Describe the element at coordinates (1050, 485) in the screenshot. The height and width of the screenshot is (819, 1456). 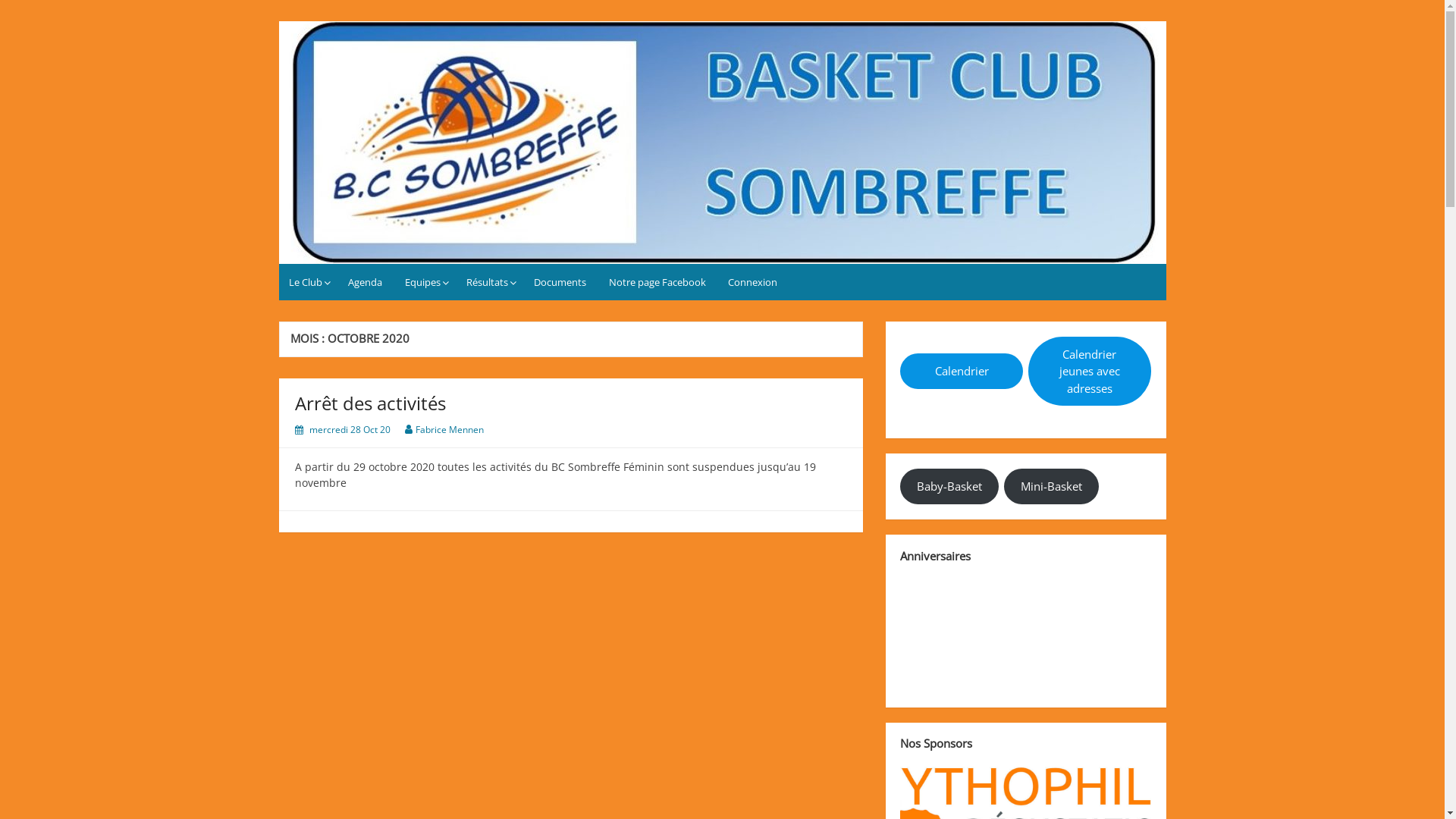
I see `'Mini-Basket'` at that location.